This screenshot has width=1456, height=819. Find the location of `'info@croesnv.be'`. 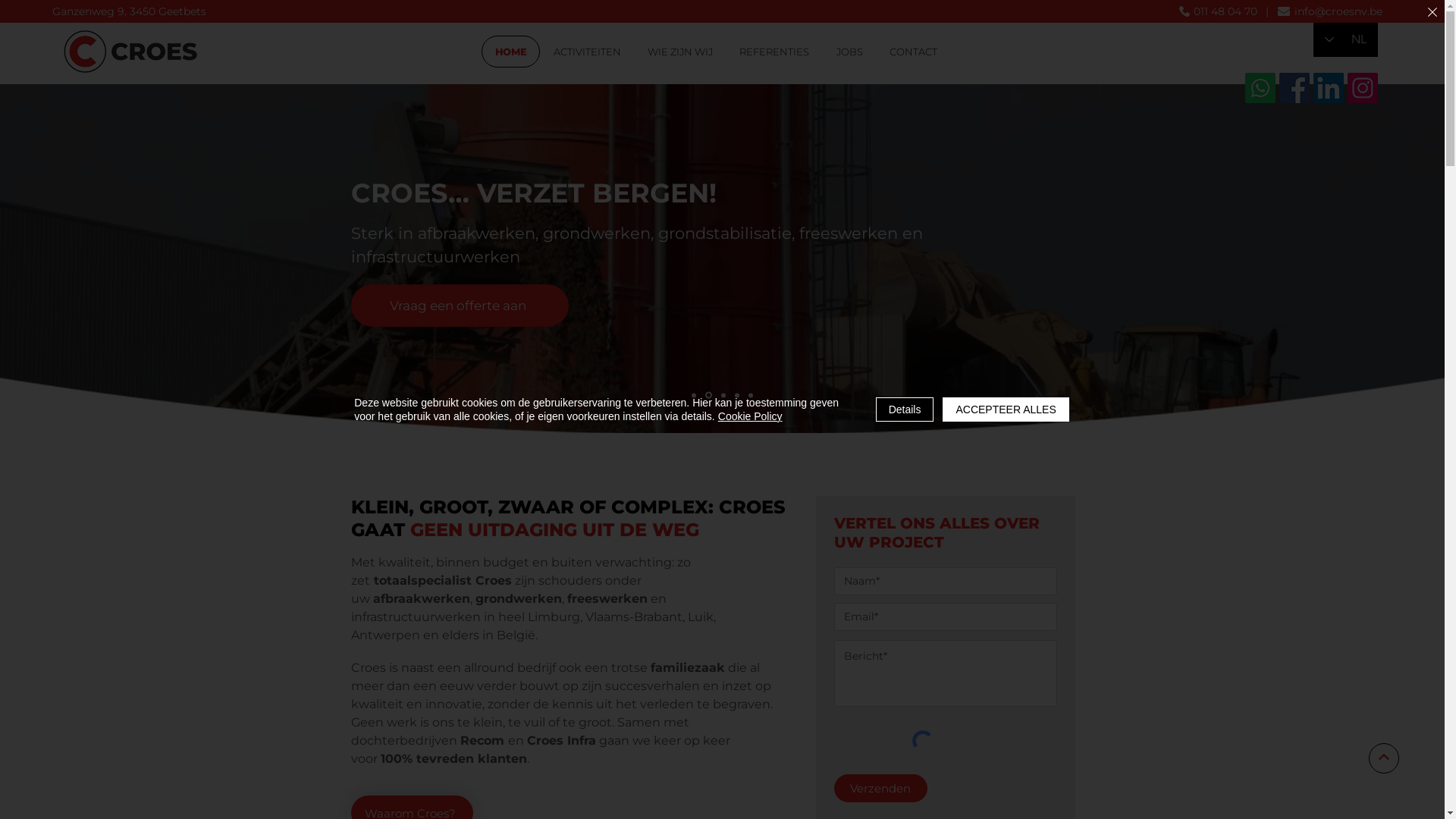

'info@croesnv.be' is located at coordinates (1338, 11).